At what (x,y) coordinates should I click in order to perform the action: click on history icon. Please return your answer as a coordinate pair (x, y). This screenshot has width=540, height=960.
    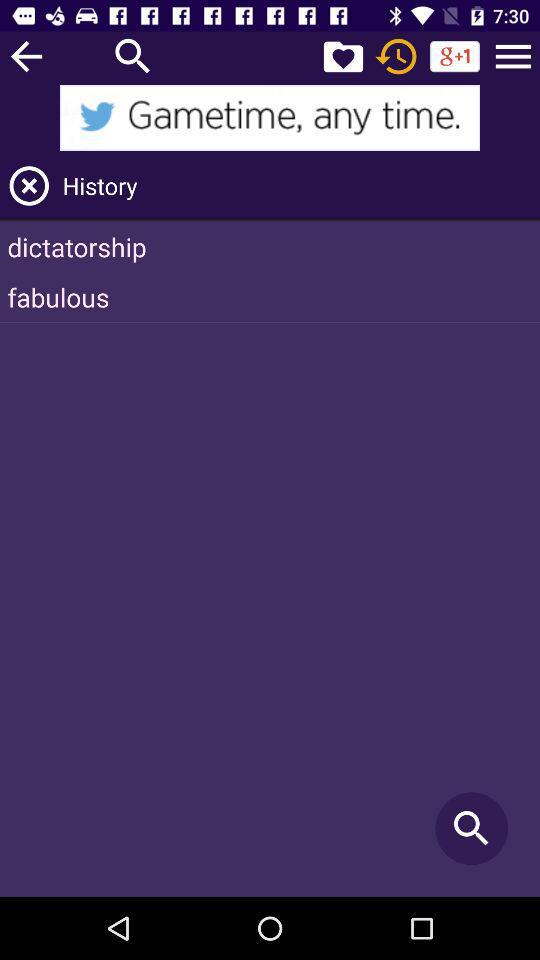
    Looking at the image, I should click on (297, 185).